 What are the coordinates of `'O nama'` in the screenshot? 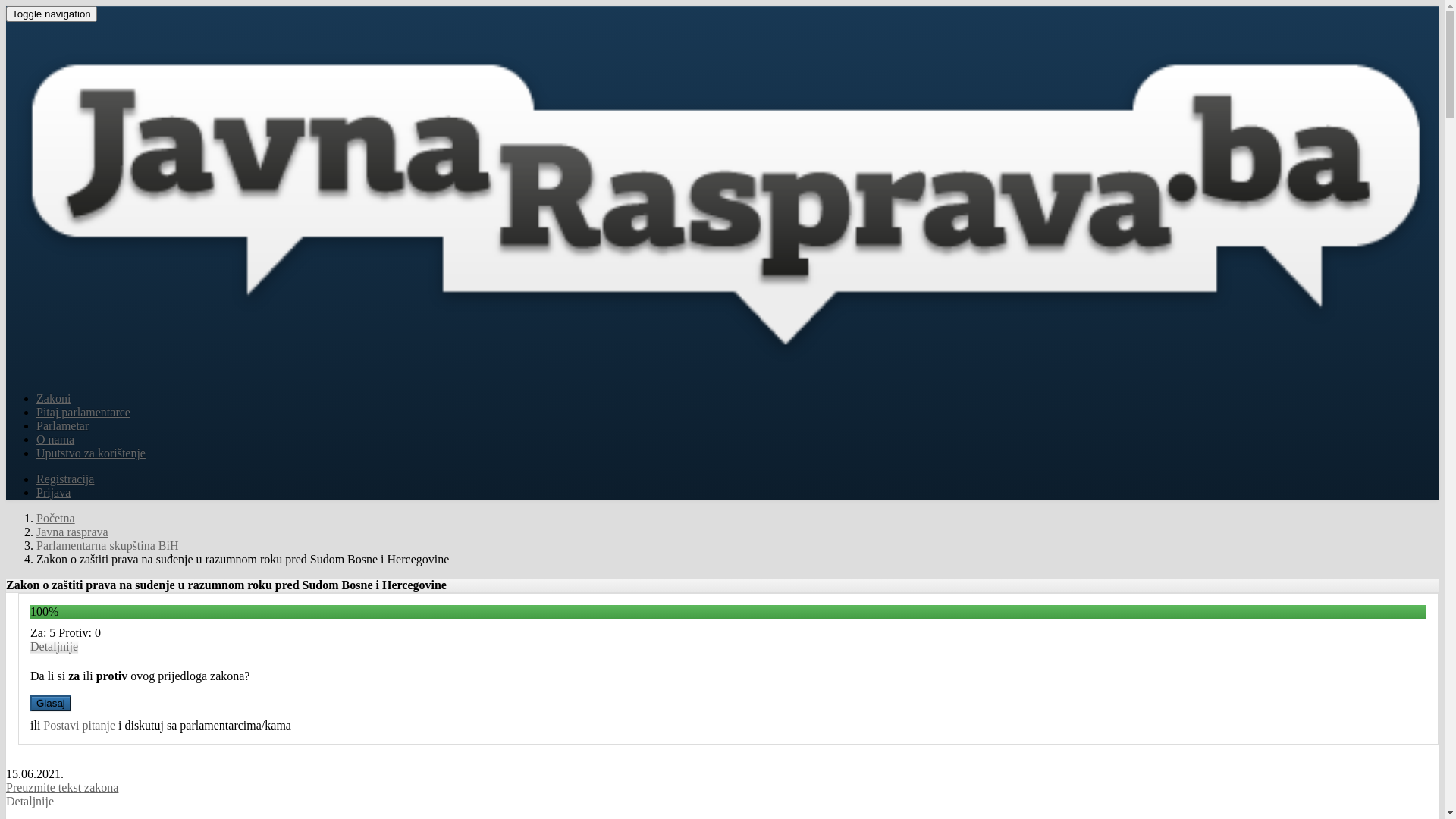 It's located at (55, 439).